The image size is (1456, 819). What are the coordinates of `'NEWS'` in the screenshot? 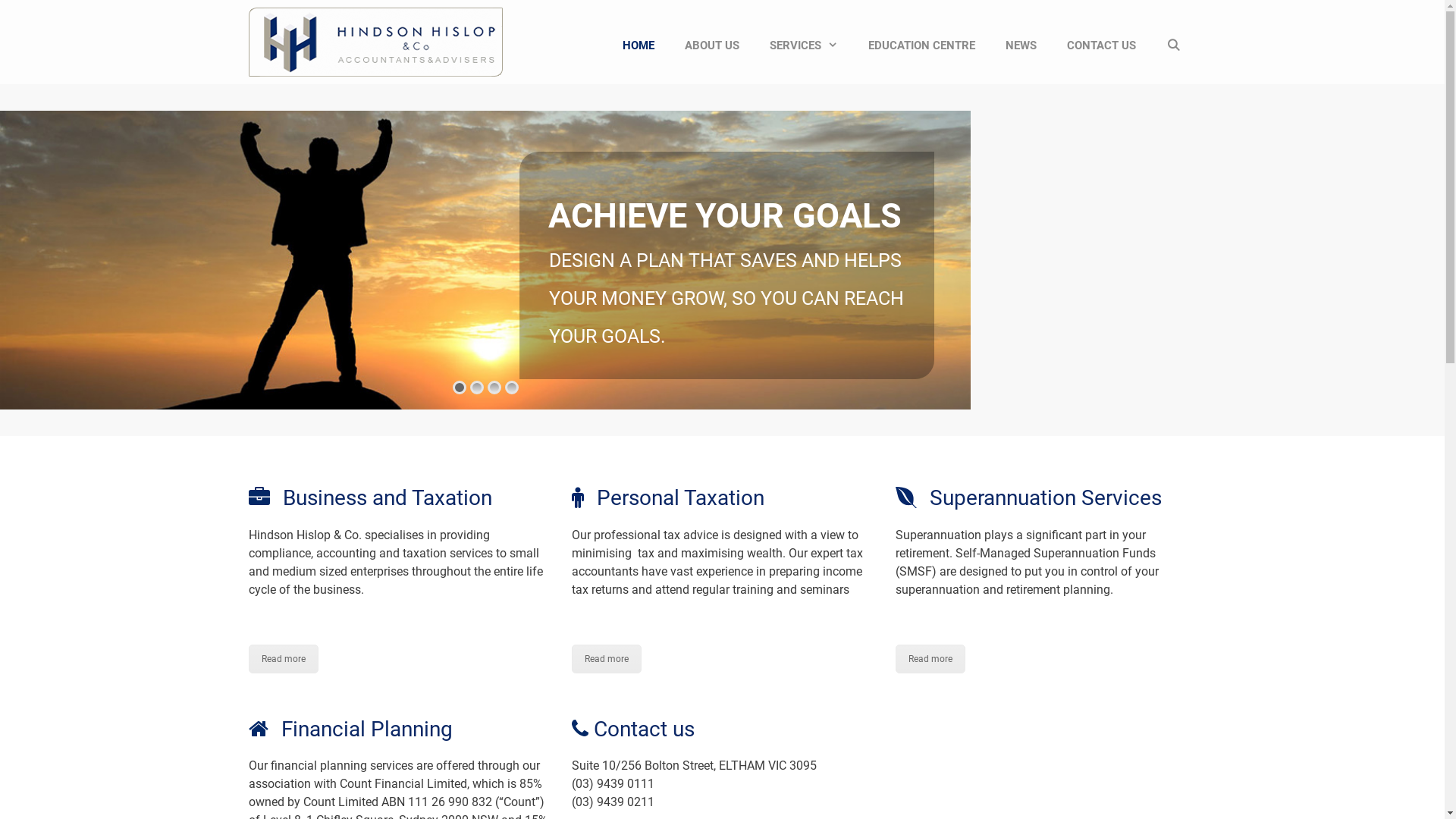 It's located at (1021, 45).